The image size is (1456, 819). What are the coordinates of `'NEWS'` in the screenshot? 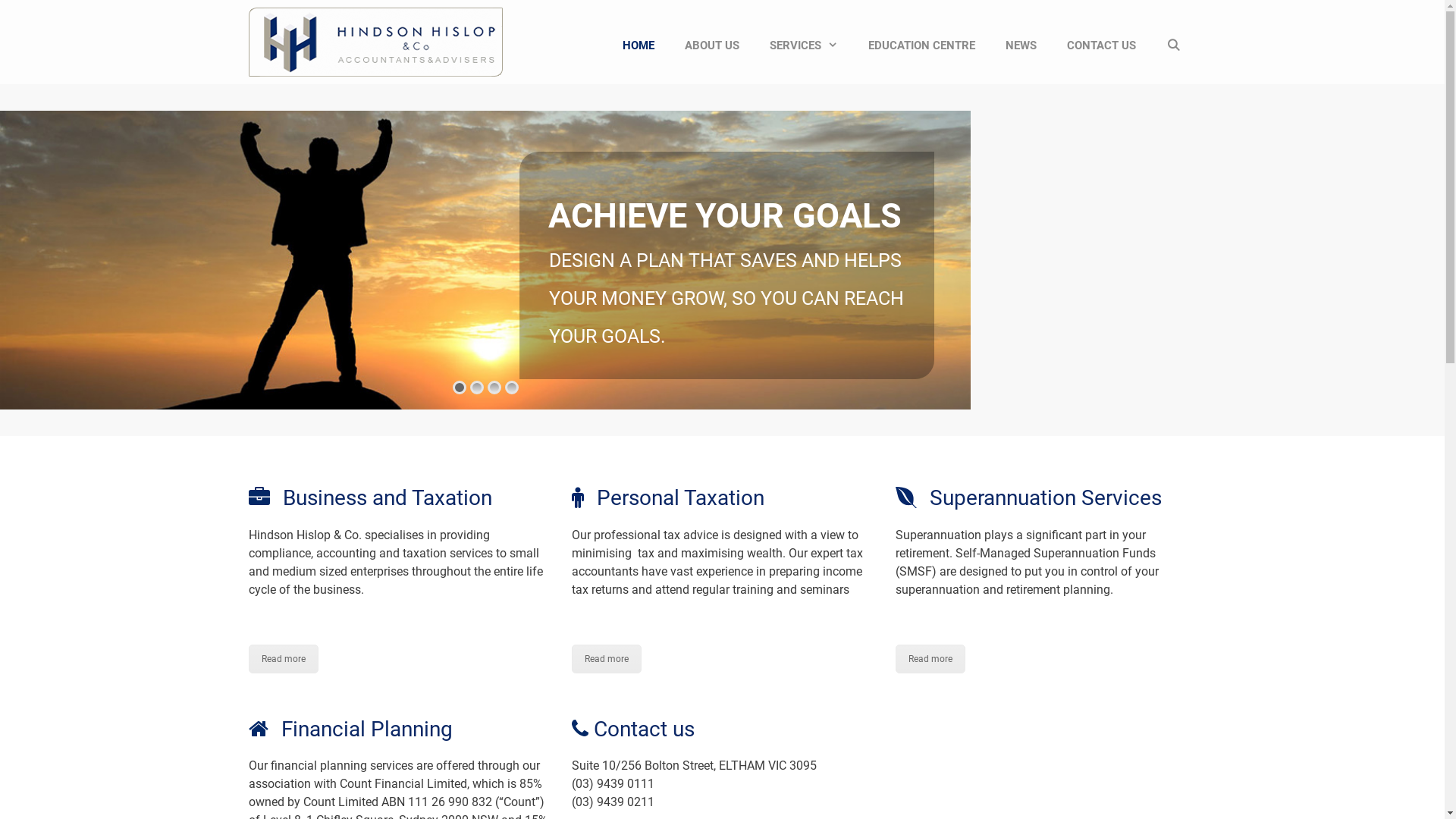 It's located at (1021, 45).